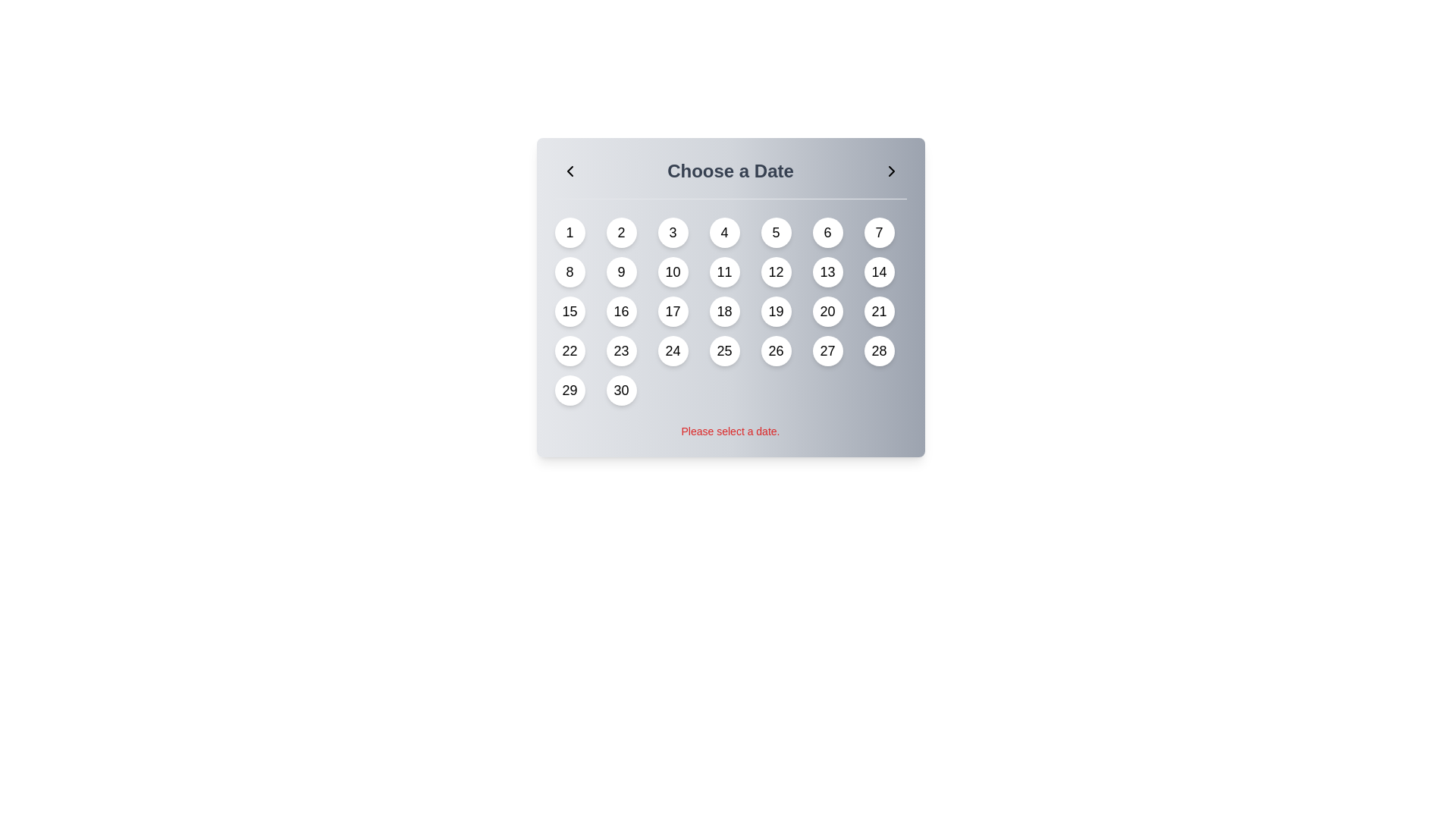 The height and width of the screenshot is (819, 1456). I want to click on the circular button displaying the number '25', so click(723, 350).